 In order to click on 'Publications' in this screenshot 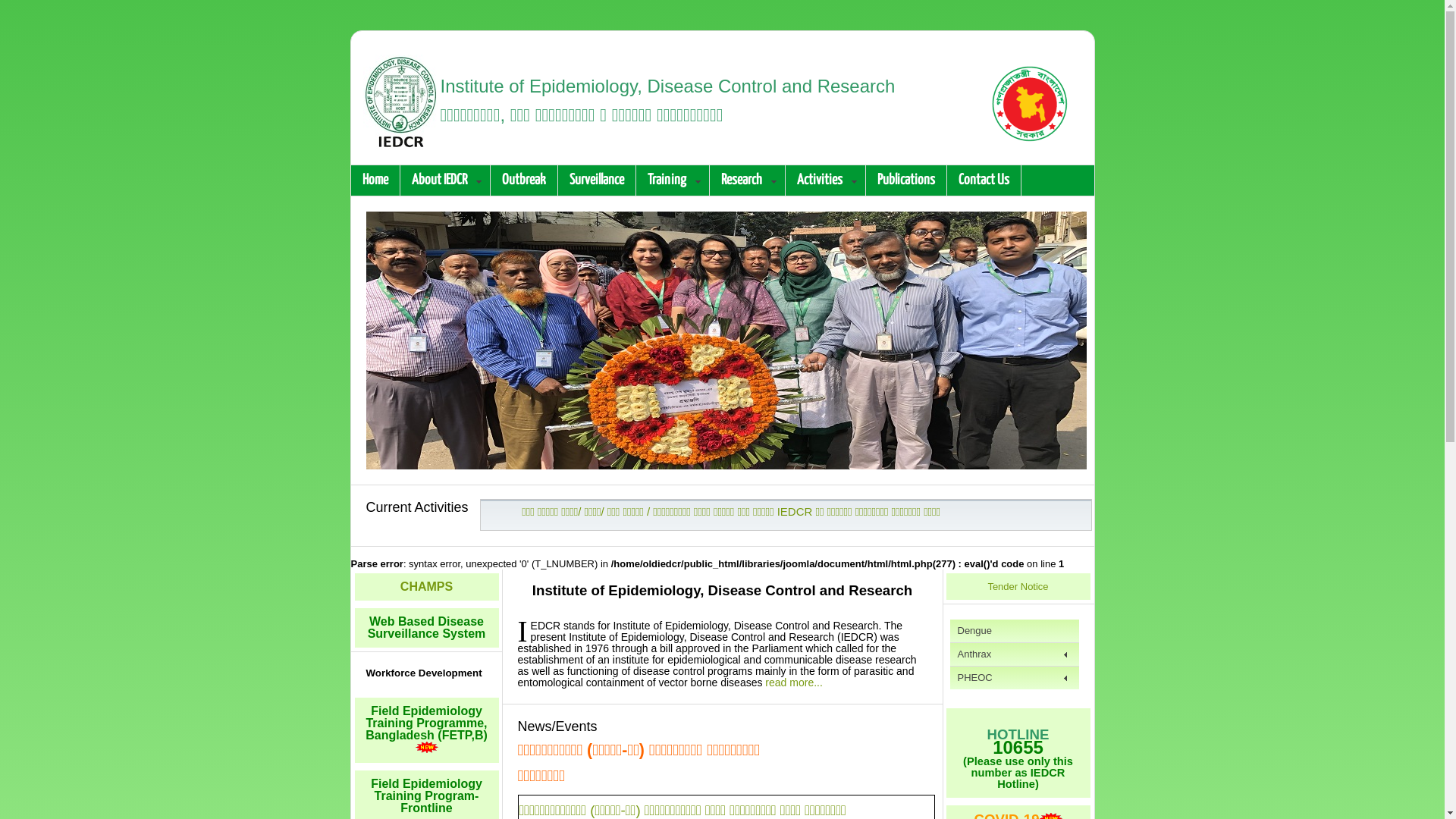, I will do `click(906, 180)`.